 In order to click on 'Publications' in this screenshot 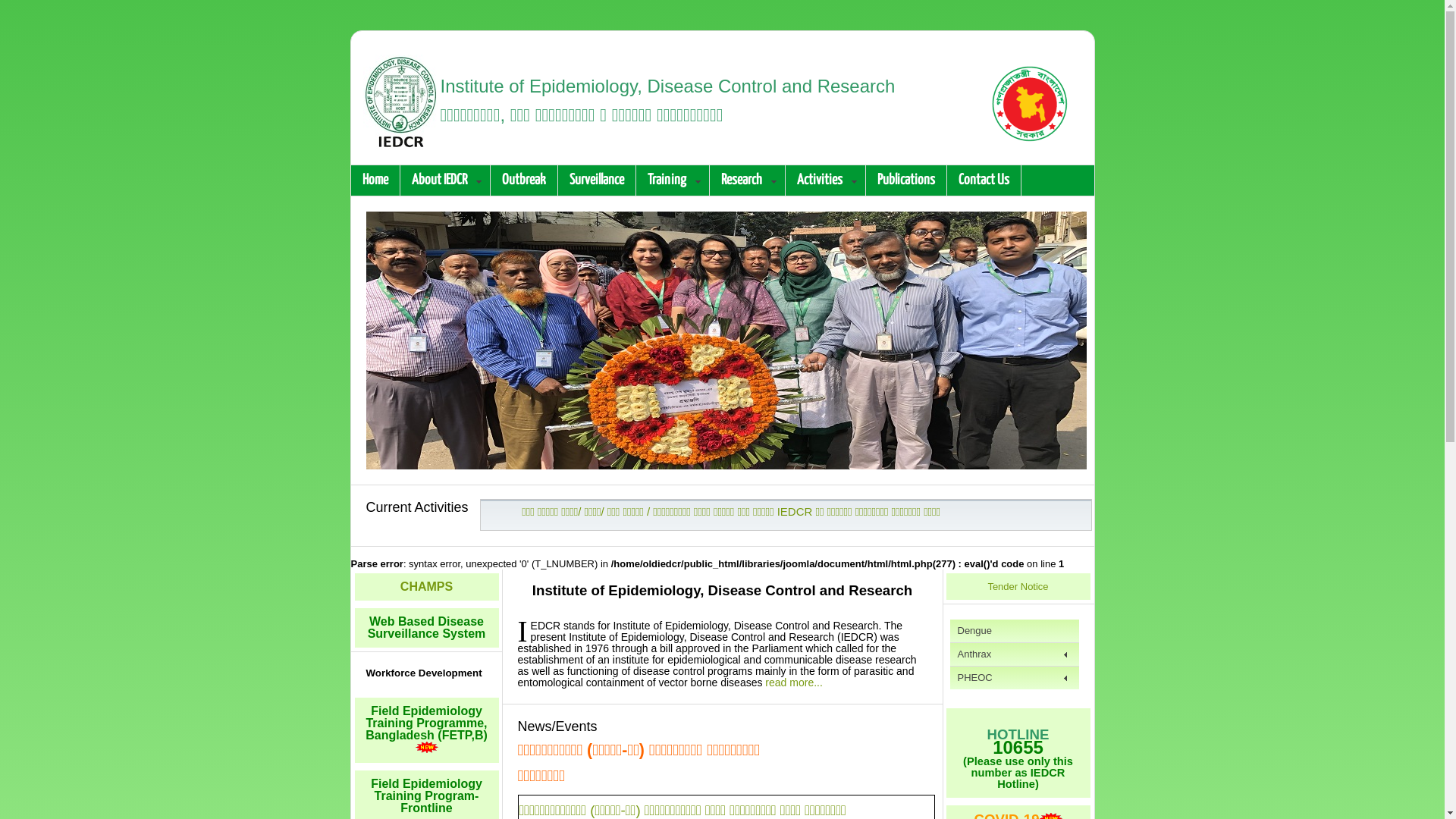, I will do `click(906, 180)`.